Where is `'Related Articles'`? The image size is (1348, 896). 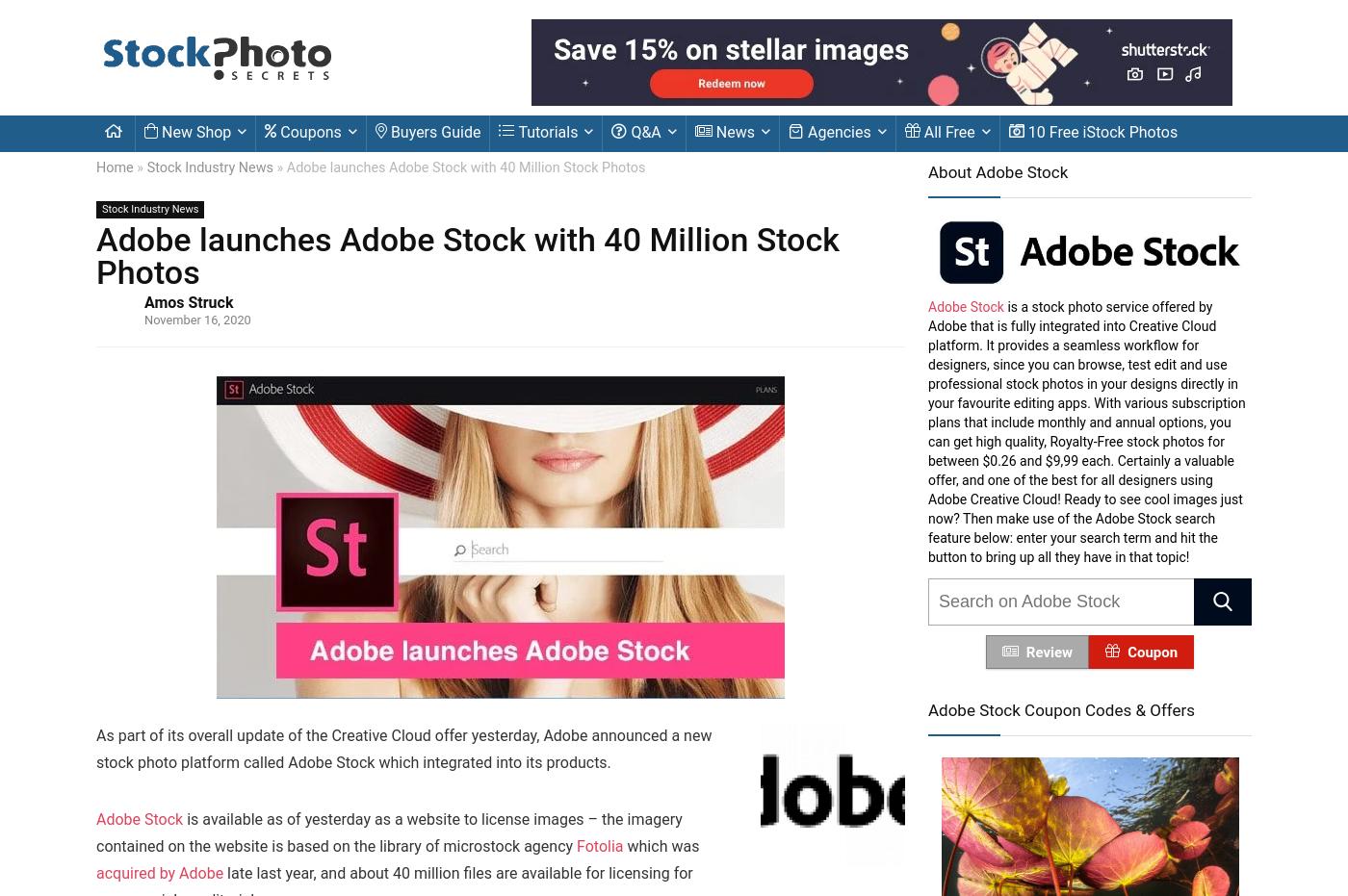 'Related Articles' is located at coordinates (158, 718).